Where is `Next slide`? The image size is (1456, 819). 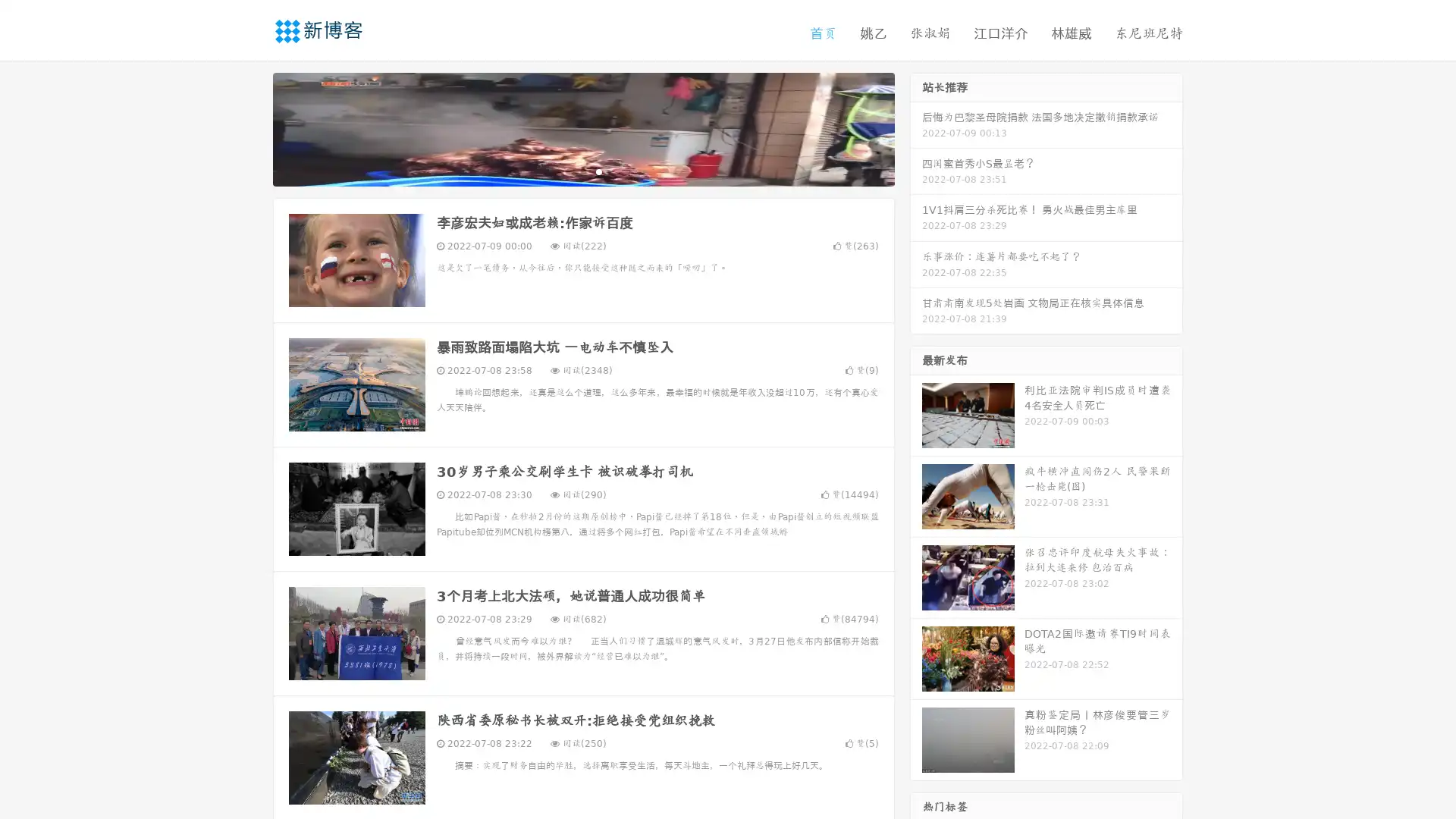 Next slide is located at coordinates (916, 127).